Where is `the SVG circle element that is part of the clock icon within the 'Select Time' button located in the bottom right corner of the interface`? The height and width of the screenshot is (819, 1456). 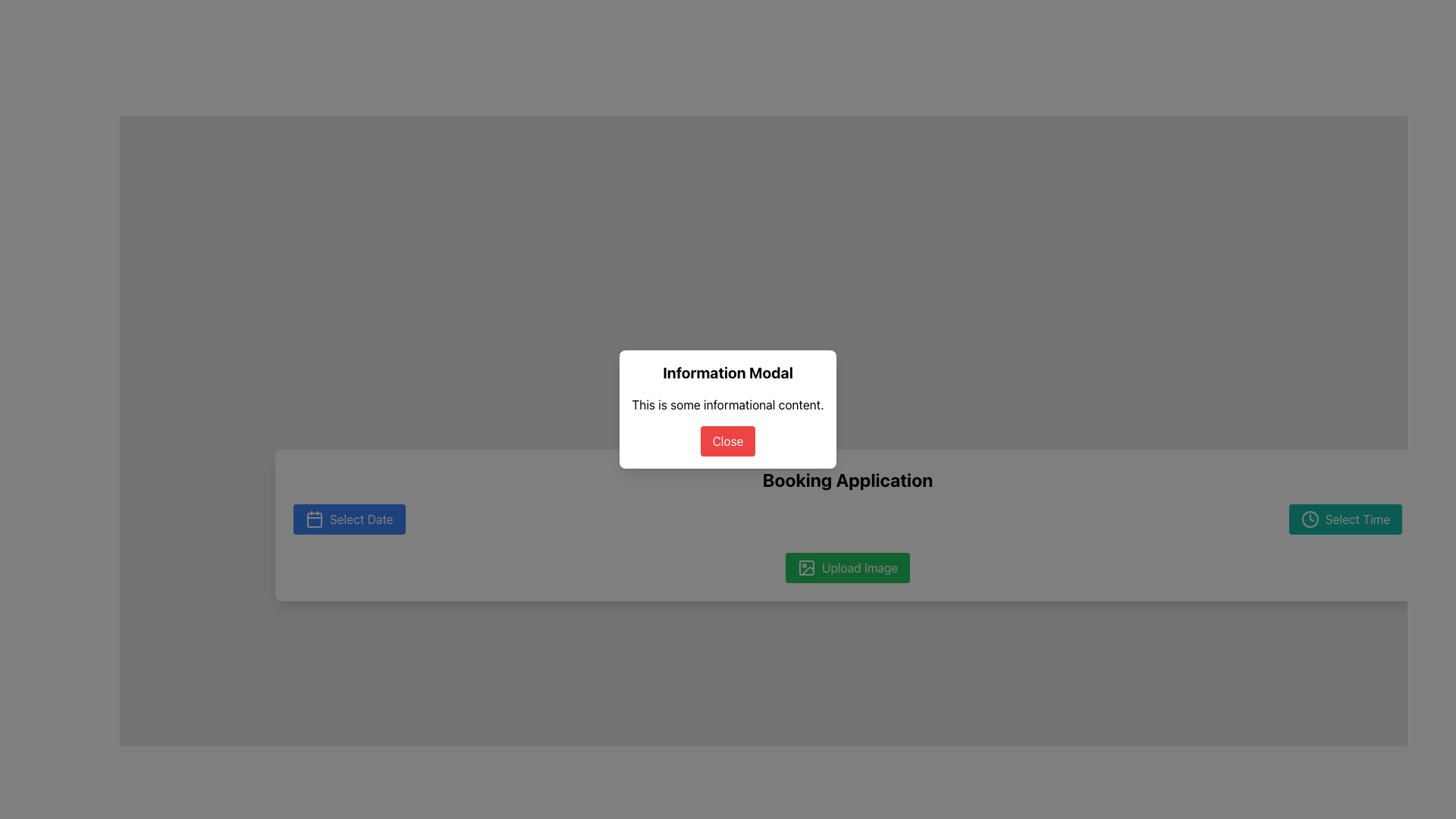
the SVG circle element that is part of the clock icon within the 'Select Time' button located in the bottom right corner of the interface is located at coordinates (1309, 519).